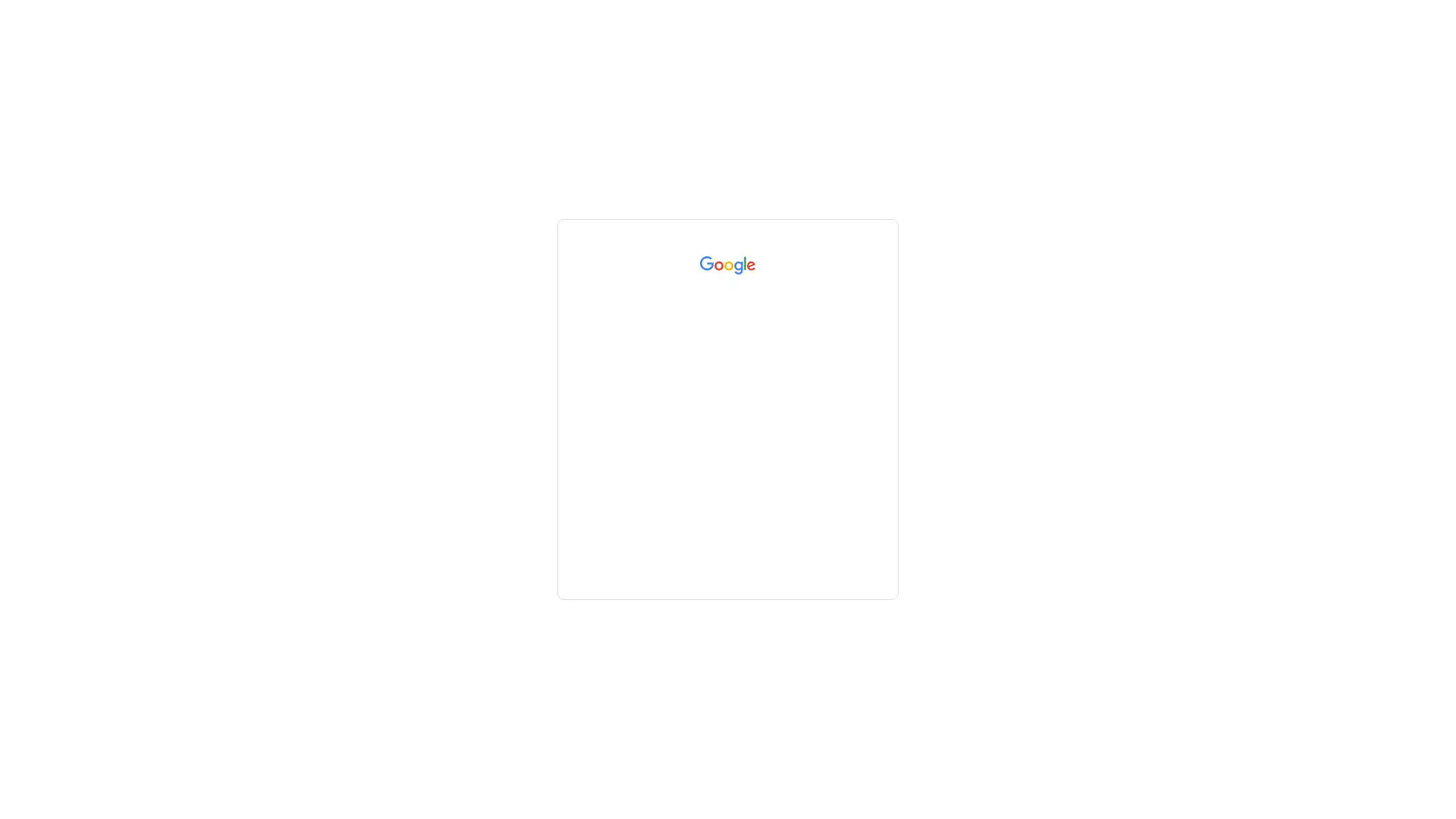 The image size is (1456, 819). Describe the element at coordinates (836, 526) in the screenshot. I see `Next` at that location.